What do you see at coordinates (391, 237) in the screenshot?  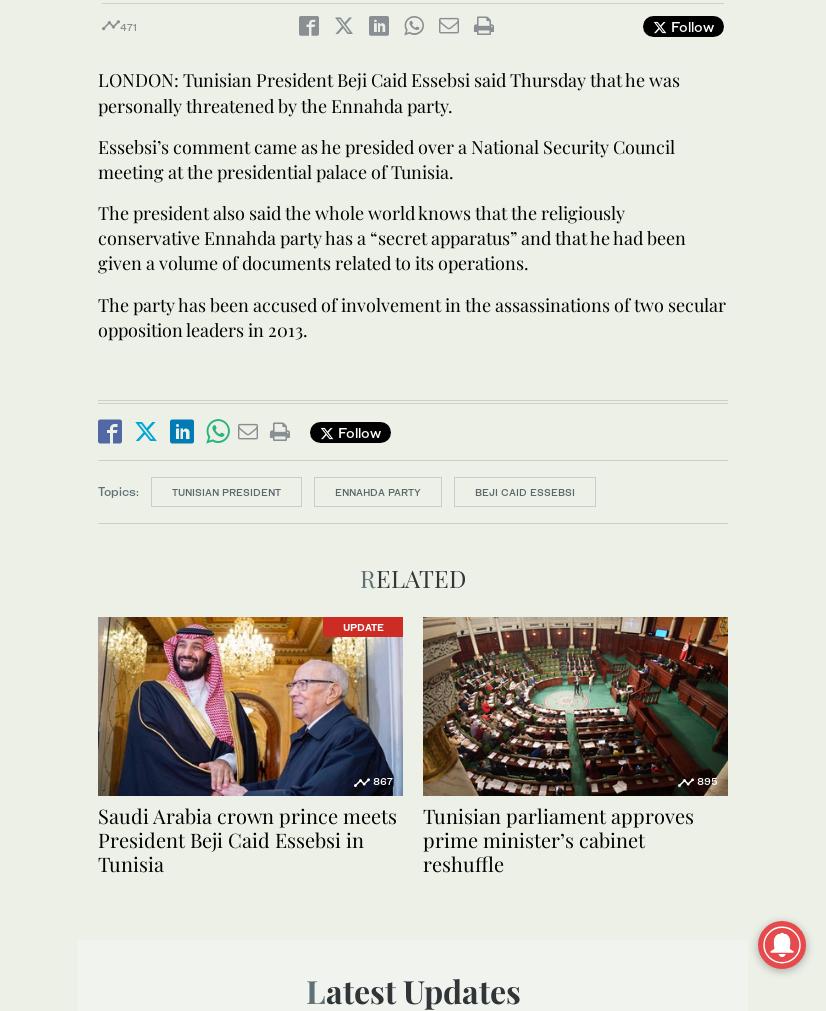 I see `'The president also said the whole world knows that the religiously conservative Ennahda party has a “secret apparatus” and that he had been given a volume of documents related to its operations.'` at bounding box center [391, 237].